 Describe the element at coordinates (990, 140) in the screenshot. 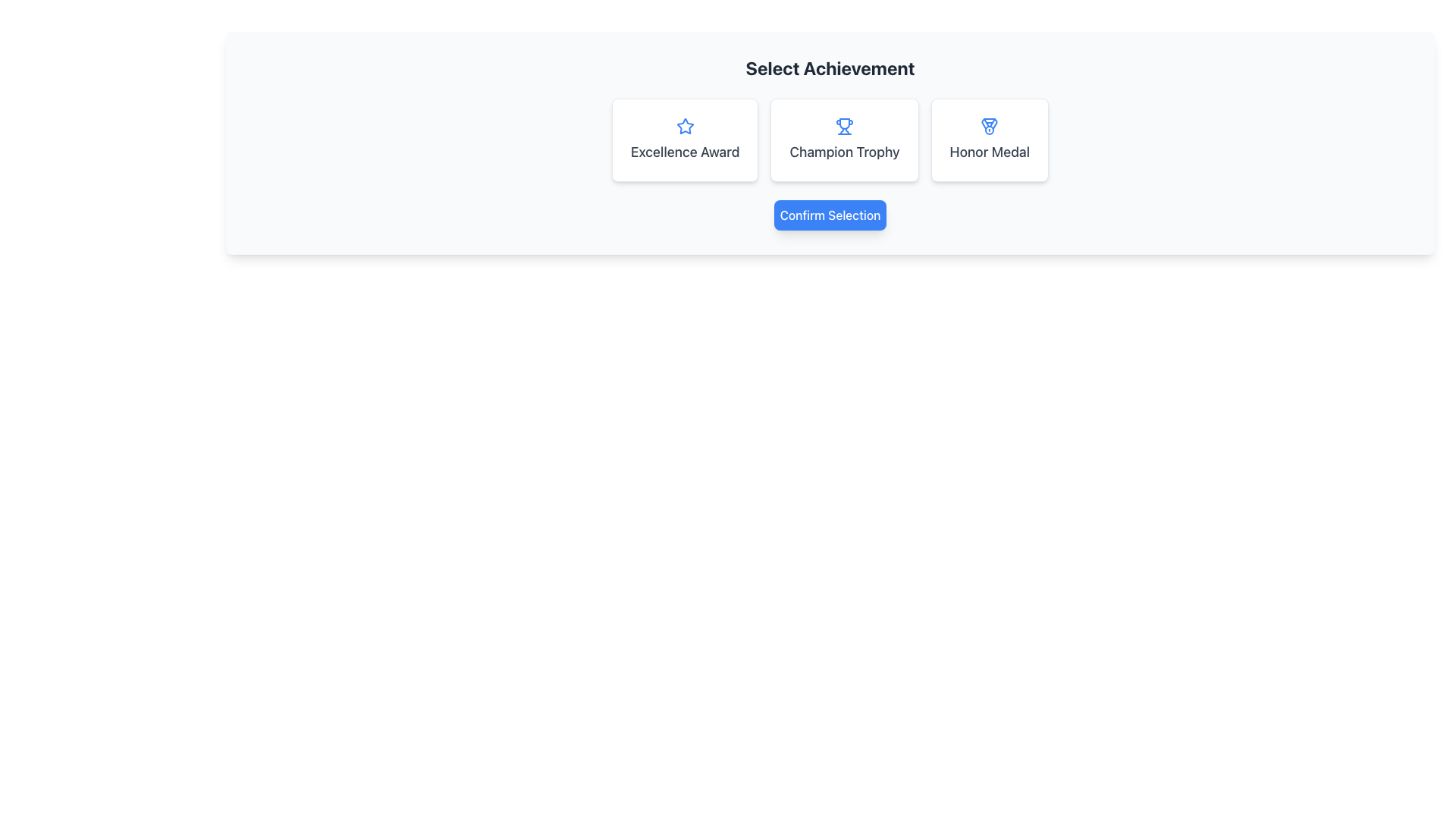

I see `the 'Honor Medal' card, which is a rectangular card with rounded corners, a white background, and a blue medal icon at the top-center` at that location.